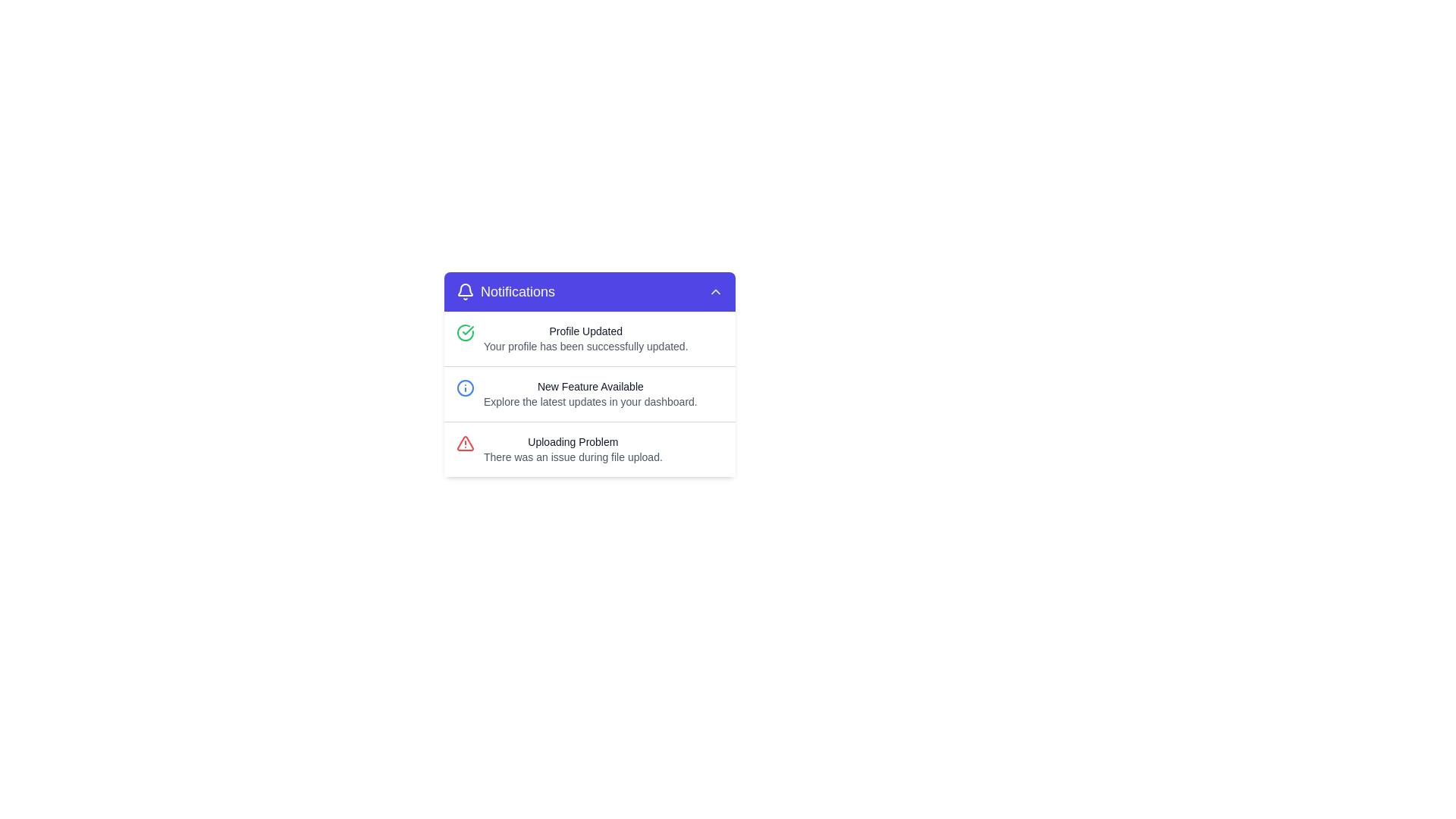 Image resolution: width=1456 pixels, height=819 pixels. I want to click on the Text Label that serves as the header for the last notification entry in the bottom section of the notification card, so click(572, 441).